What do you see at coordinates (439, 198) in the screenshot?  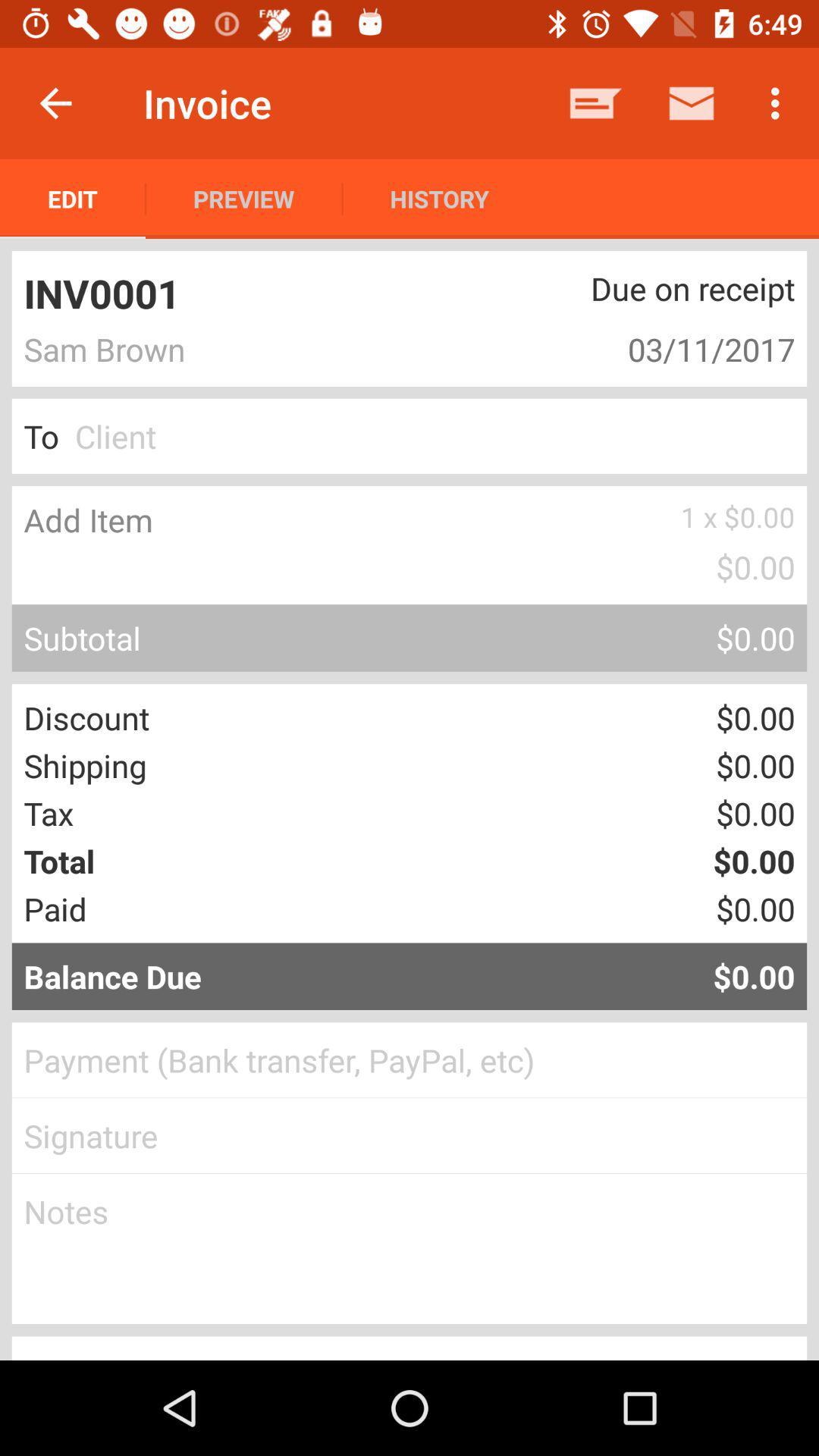 I see `the item next to the preview icon` at bounding box center [439, 198].